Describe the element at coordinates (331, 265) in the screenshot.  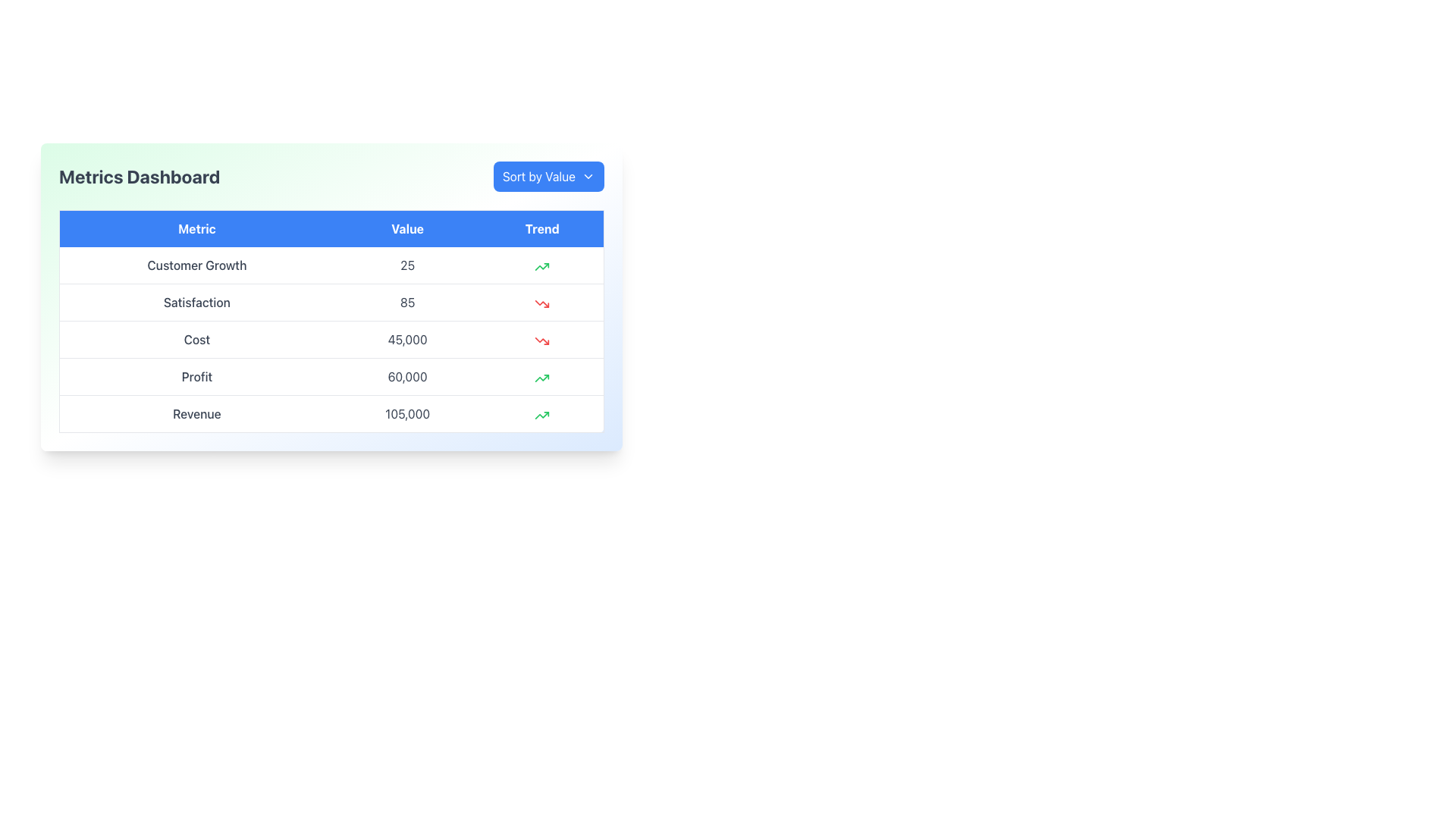
I see `the first table row displaying 'Customer Growth'` at that location.